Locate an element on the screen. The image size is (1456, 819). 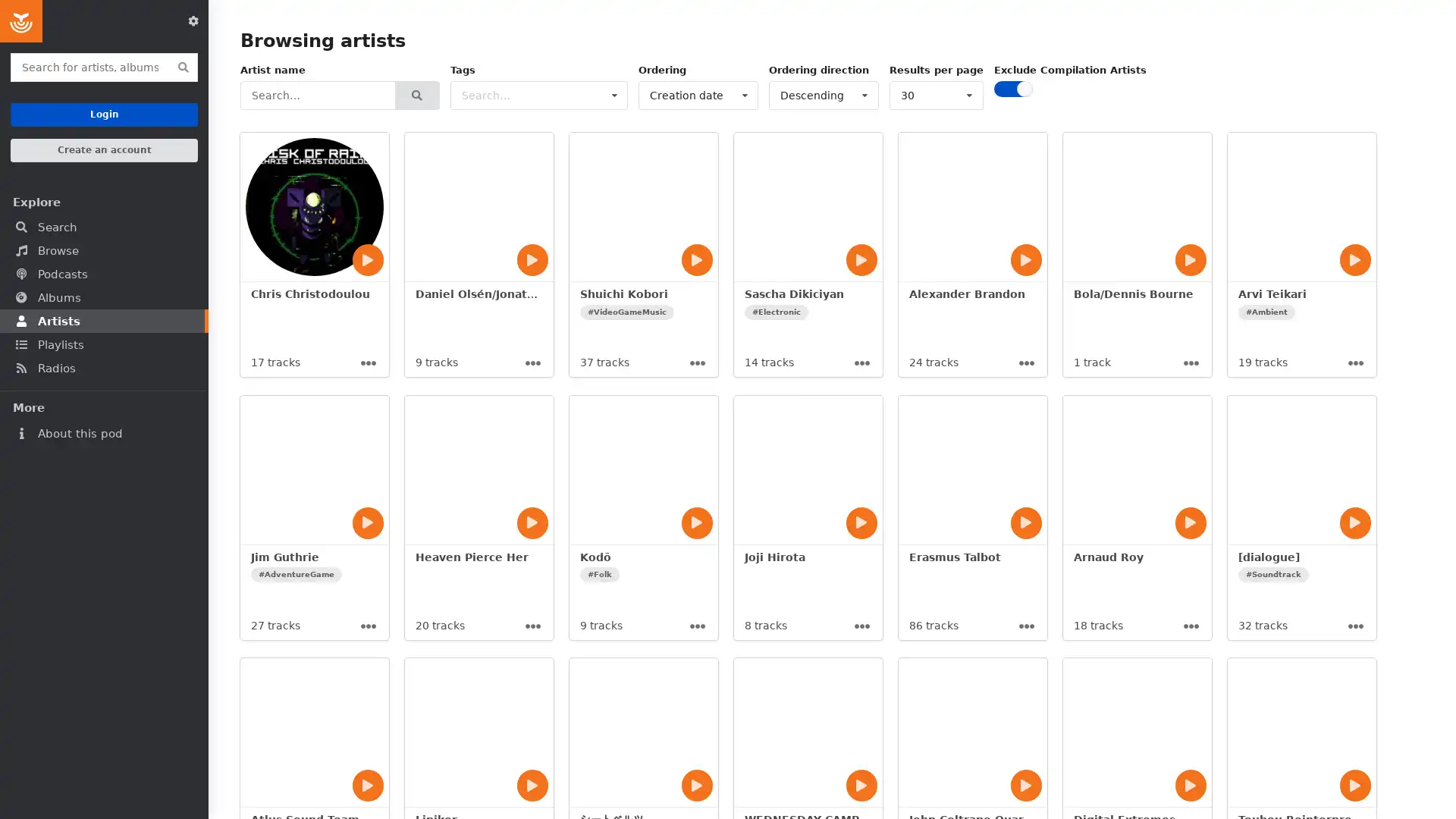
Play artist is located at coordinates (1189, 522).